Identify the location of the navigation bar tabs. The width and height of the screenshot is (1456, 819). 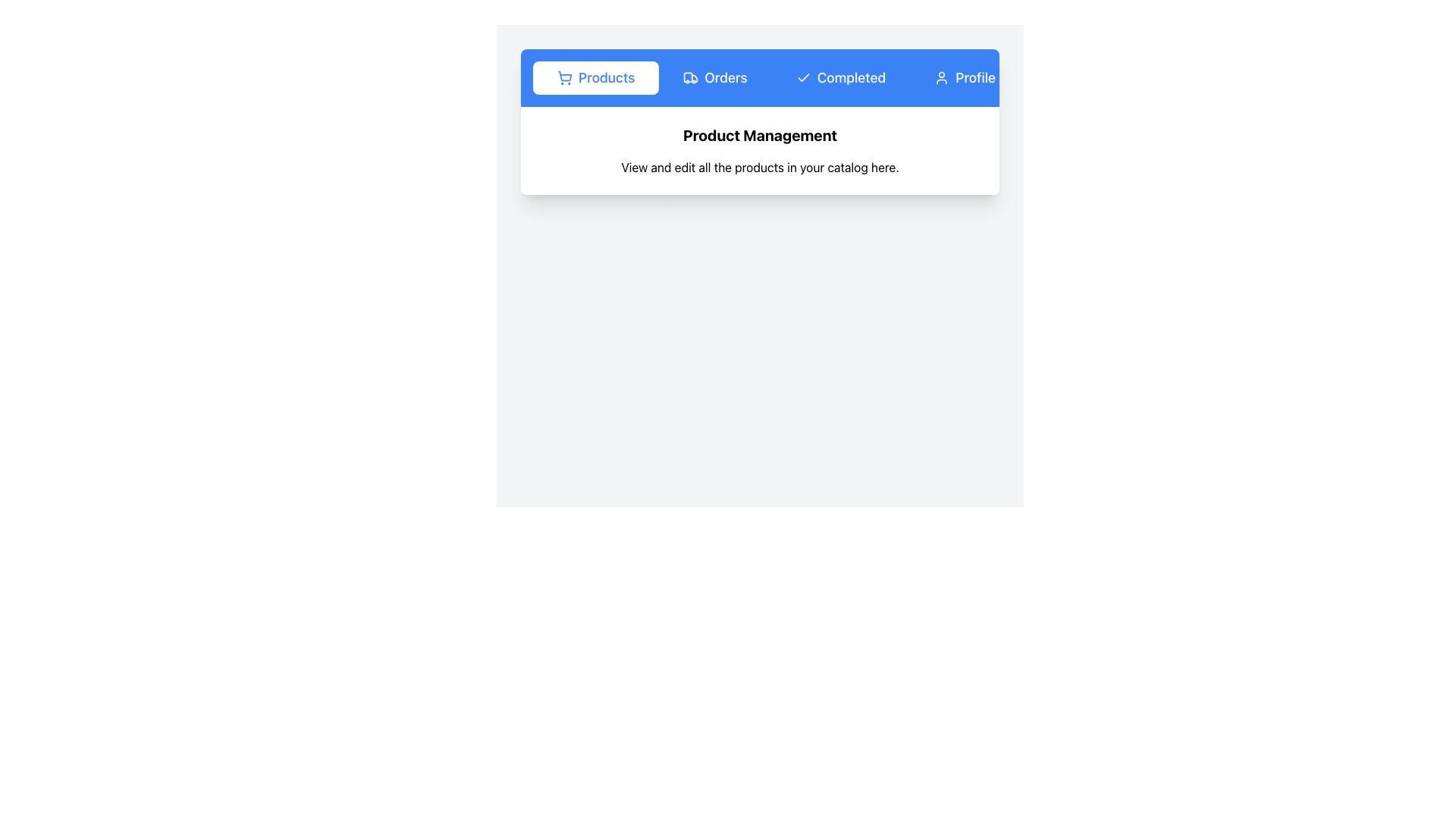
(760, 78).